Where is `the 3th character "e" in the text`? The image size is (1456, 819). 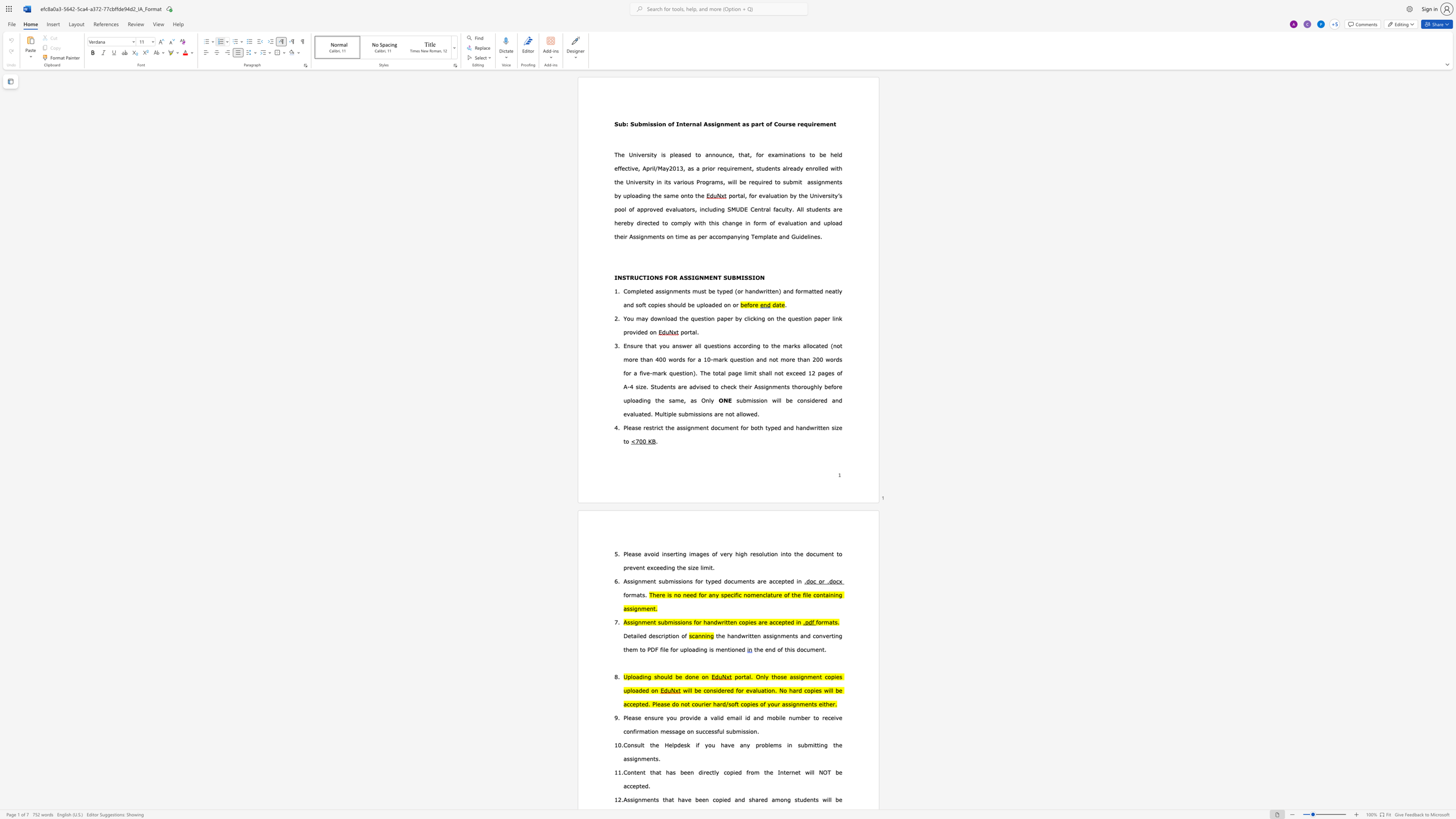
the 3th character "e" in the text is located at coordinates (788, 580).